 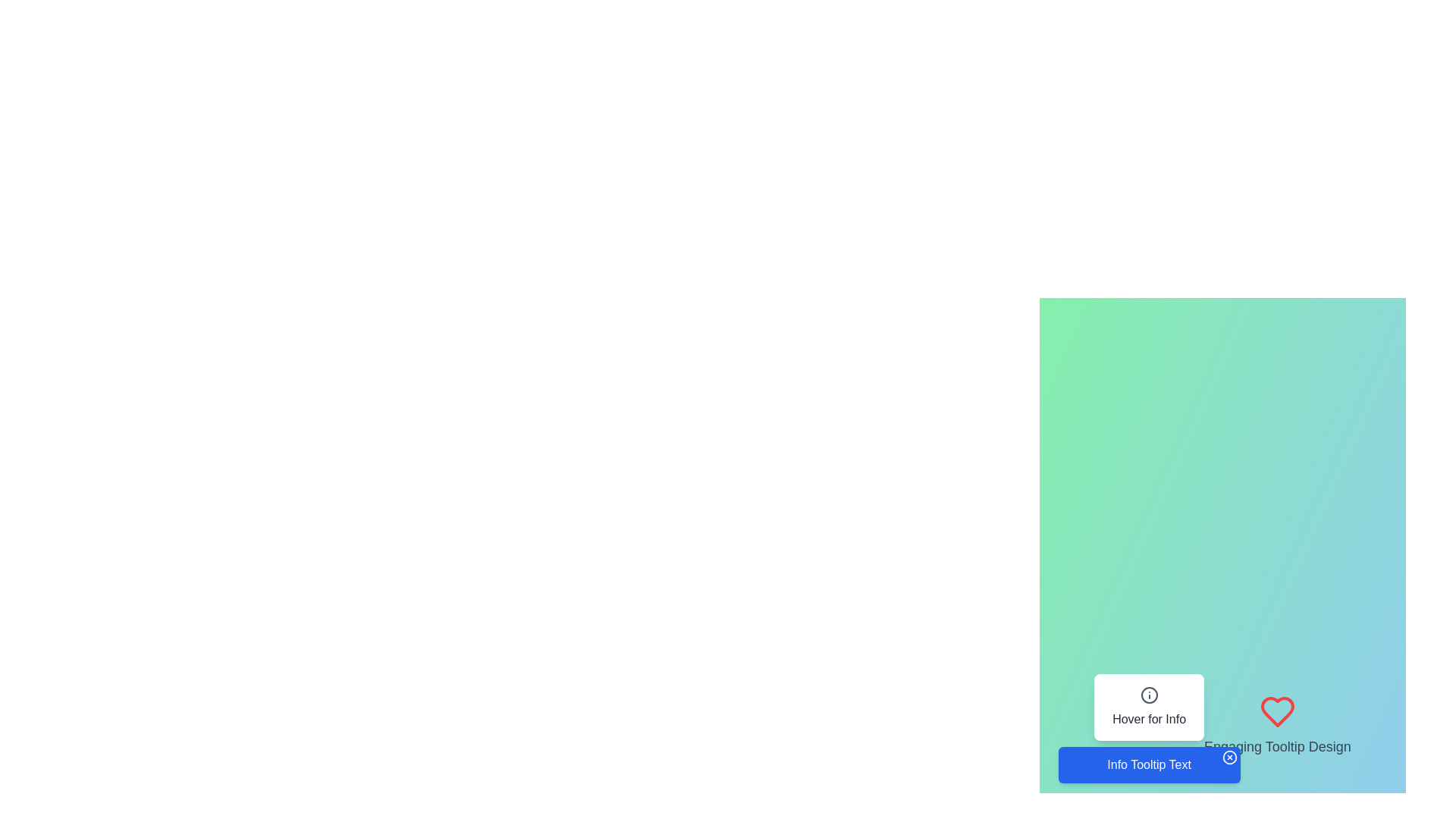 I want to click on the circular outline element of the SVG icon that is part of an interactive tooltip above the 'Info Tooltip Text' button, so click(x=1149, y=695).